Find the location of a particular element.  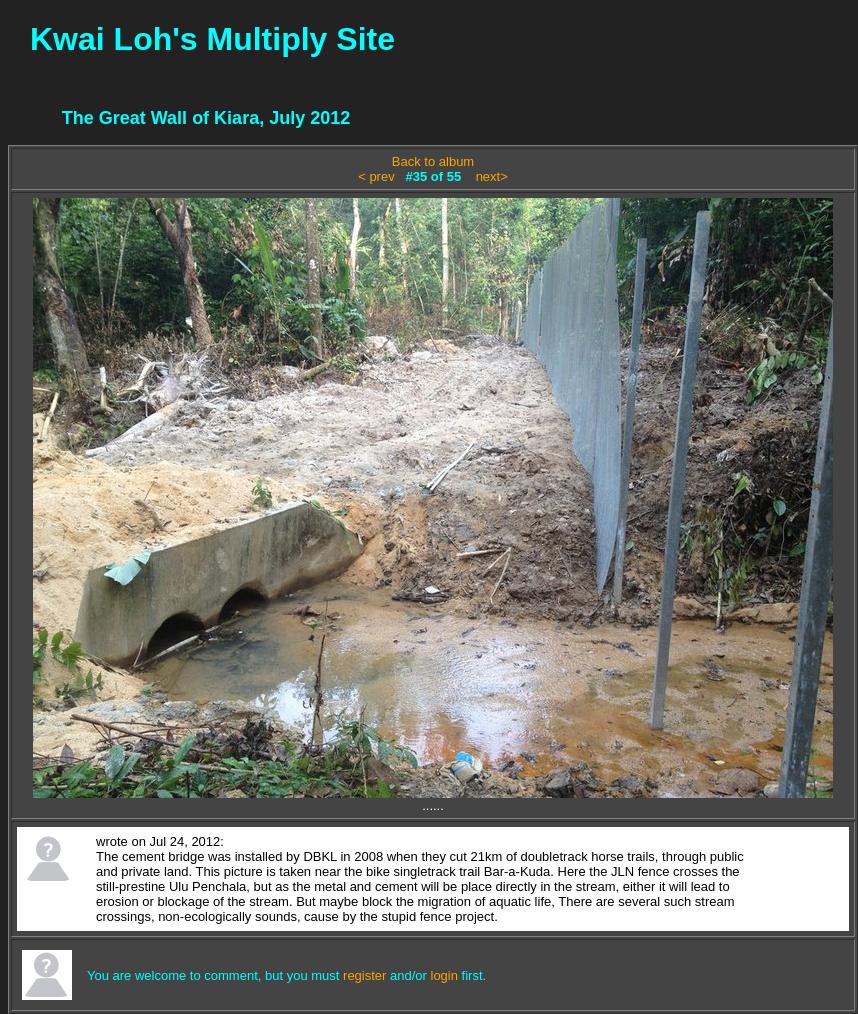

'and/or' is located at coordinates (406, 974).